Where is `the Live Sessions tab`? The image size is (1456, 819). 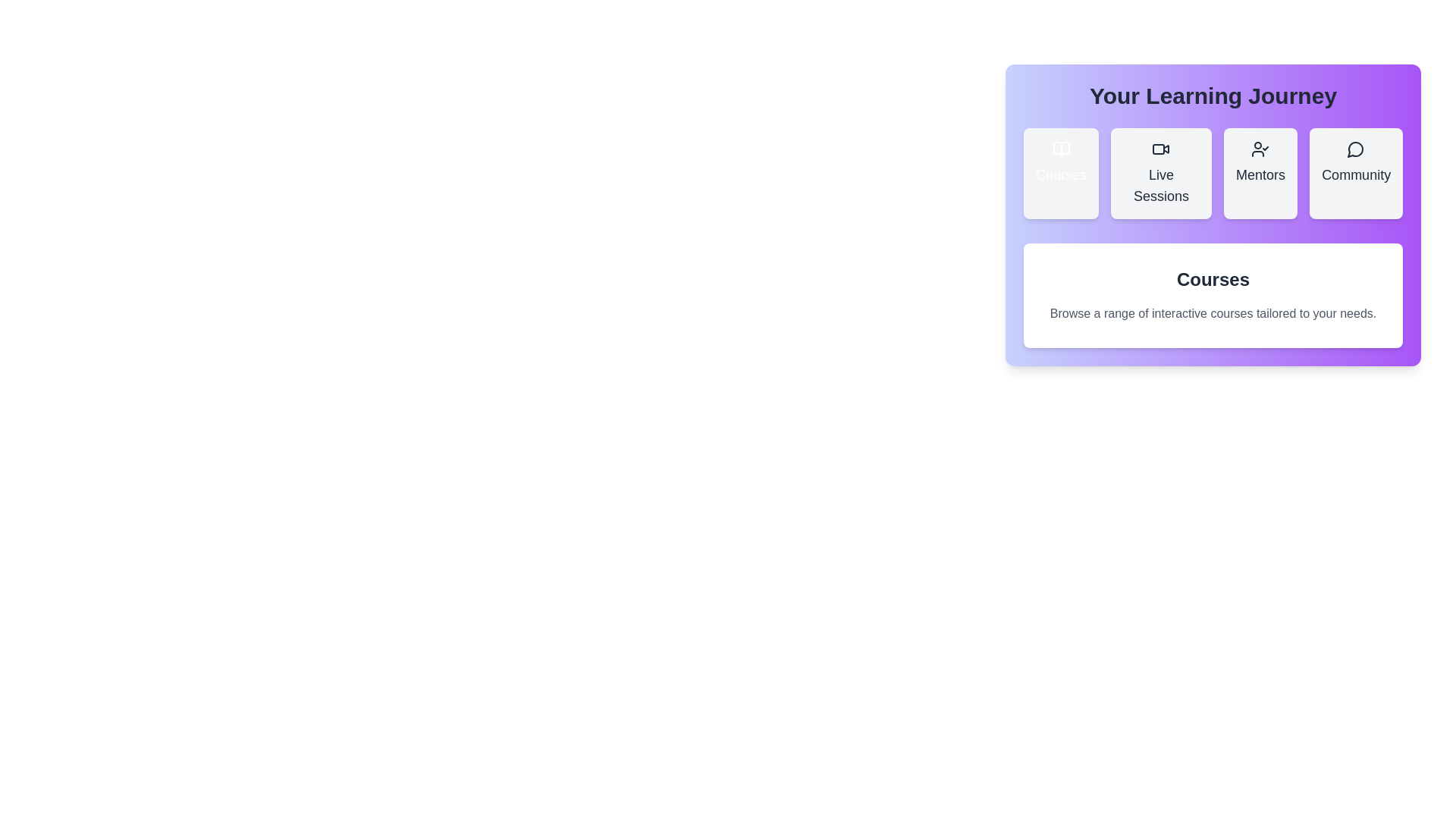
the Live Sessions tab is located at coordinates (1160, 172).